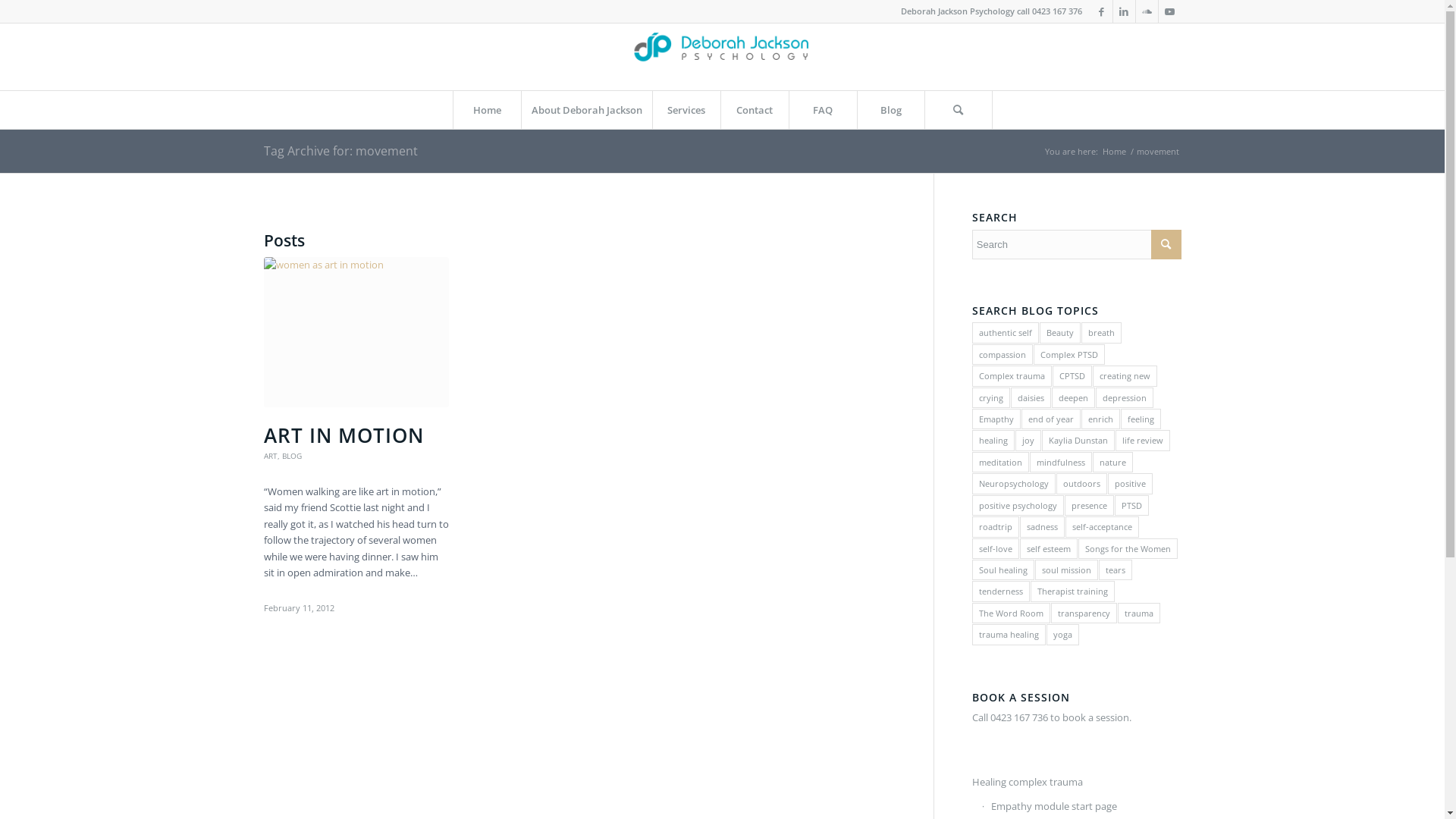 The image size is (1456, 819). I want to click on 'trauma', so click(1139, 612).